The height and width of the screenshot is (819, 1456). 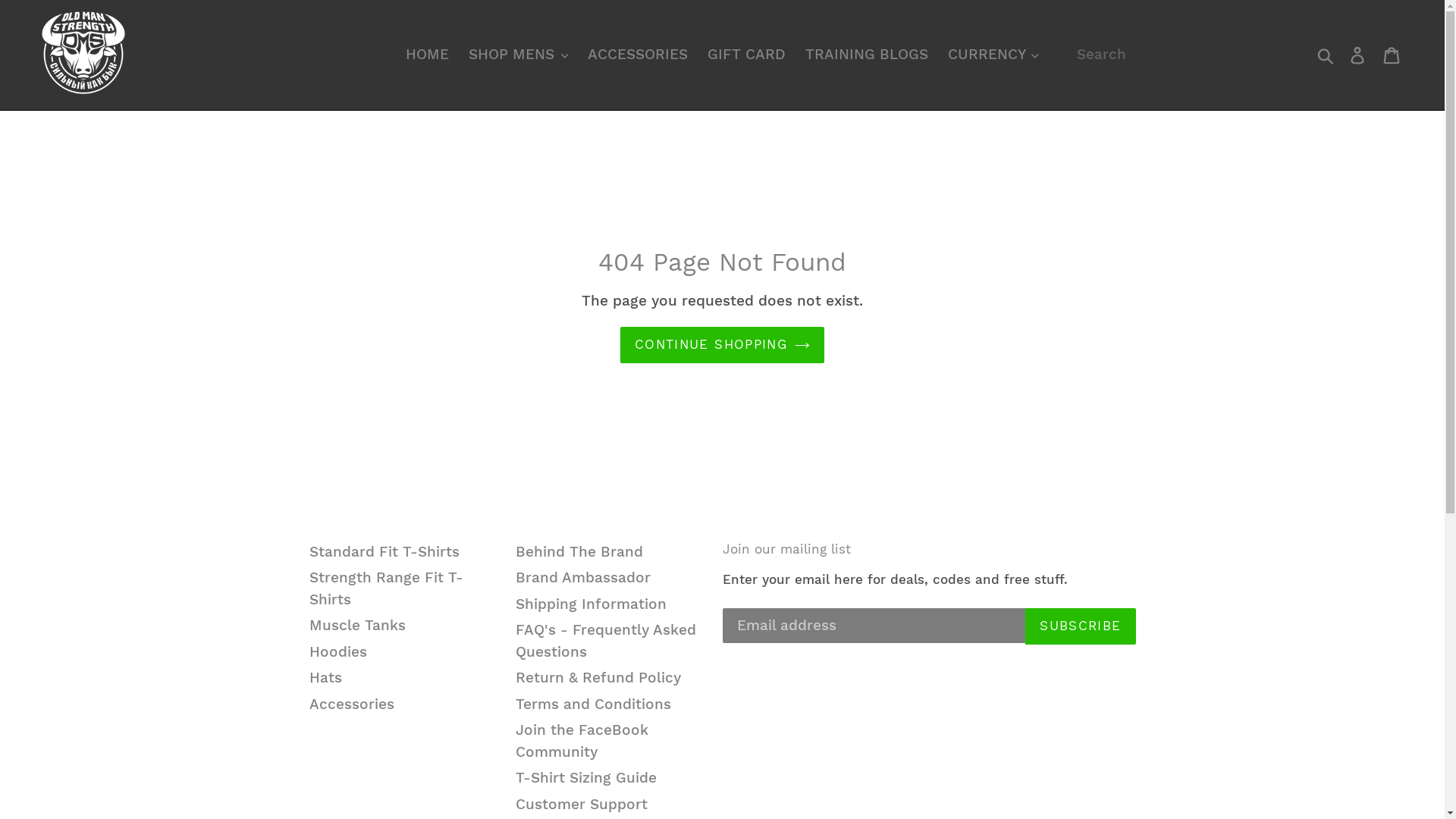 What do you see at coordinates (1358, 54) in the screenshot?
I see `'Log in'` at bounding box center [1358, 54].